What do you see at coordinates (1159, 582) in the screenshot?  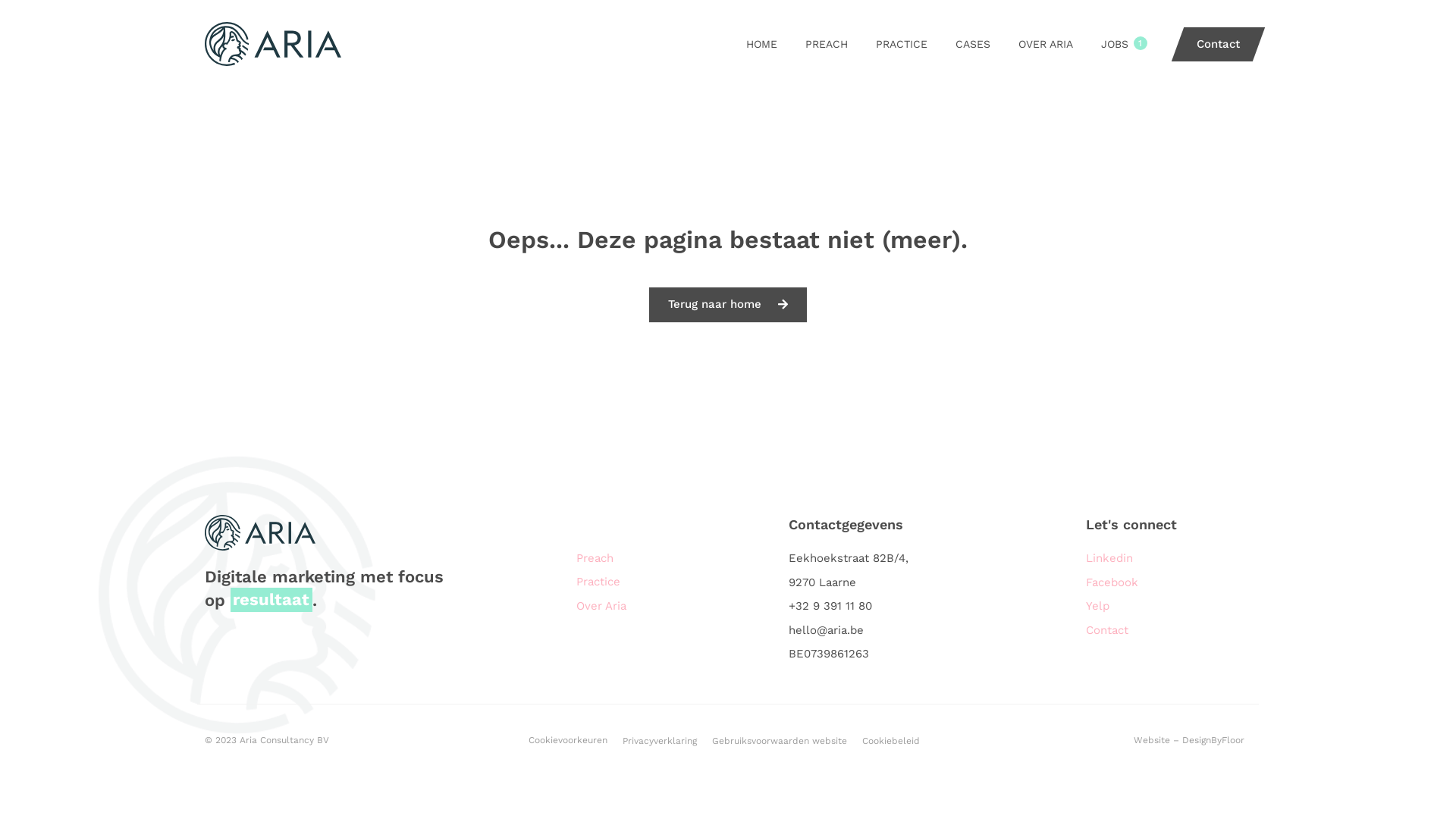 I see `'Facebook'` at bounding box center [1159, 582].